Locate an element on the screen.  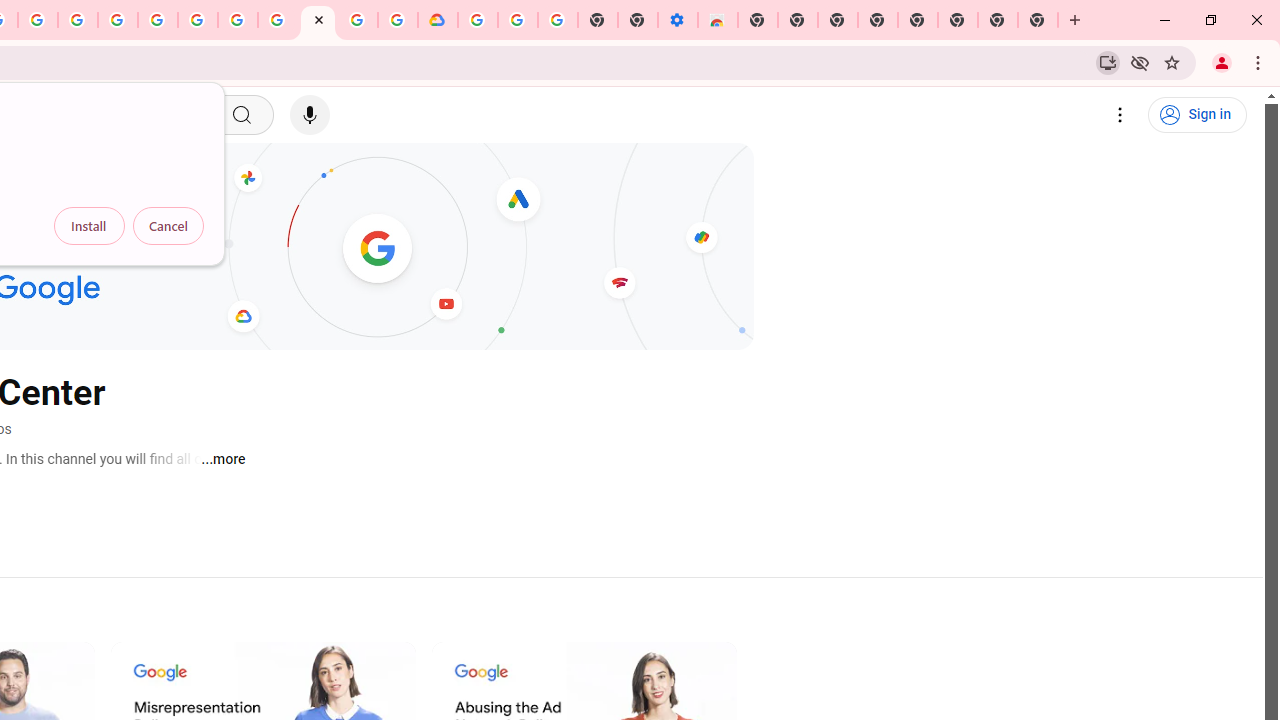
'Search' is located at coordinates (240, 115).